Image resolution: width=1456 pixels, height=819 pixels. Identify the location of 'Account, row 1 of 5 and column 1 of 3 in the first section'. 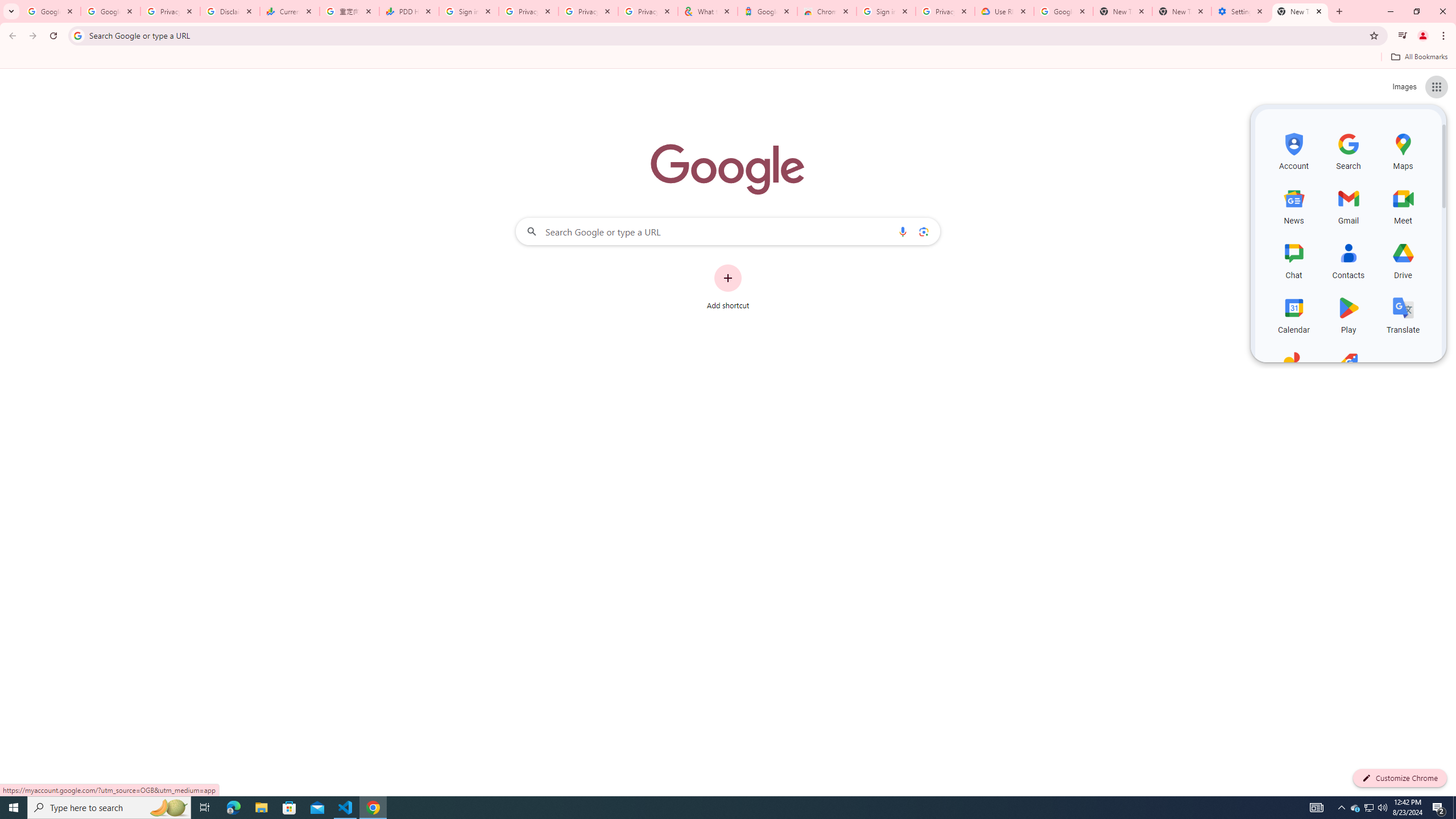
(1293, 150).